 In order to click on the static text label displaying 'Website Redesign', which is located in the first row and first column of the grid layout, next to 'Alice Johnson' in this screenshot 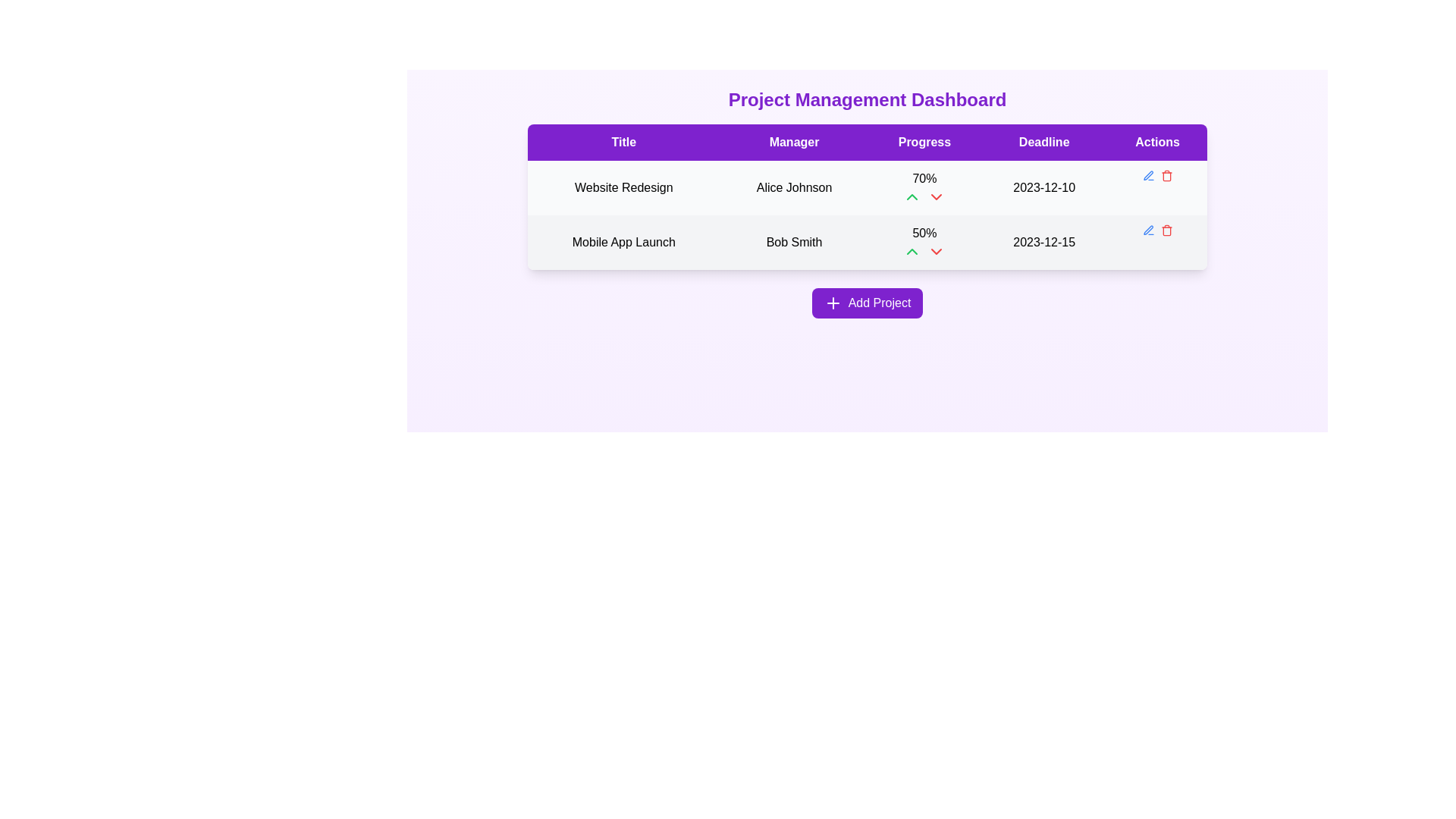, I will do `click(623, 187)`.